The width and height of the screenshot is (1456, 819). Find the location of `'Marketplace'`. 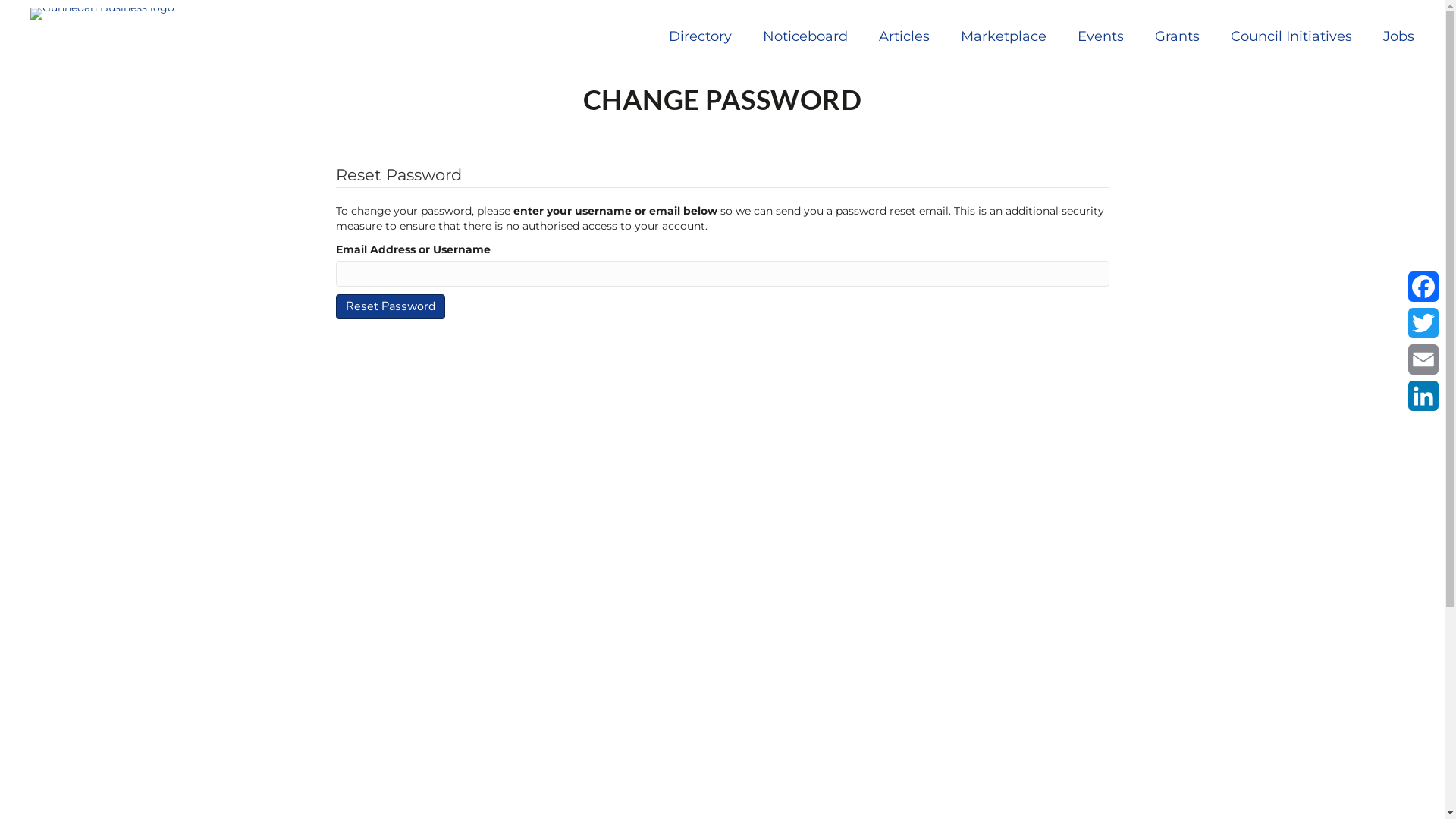

'Marketplace' is located at coordinates (1003, 35).